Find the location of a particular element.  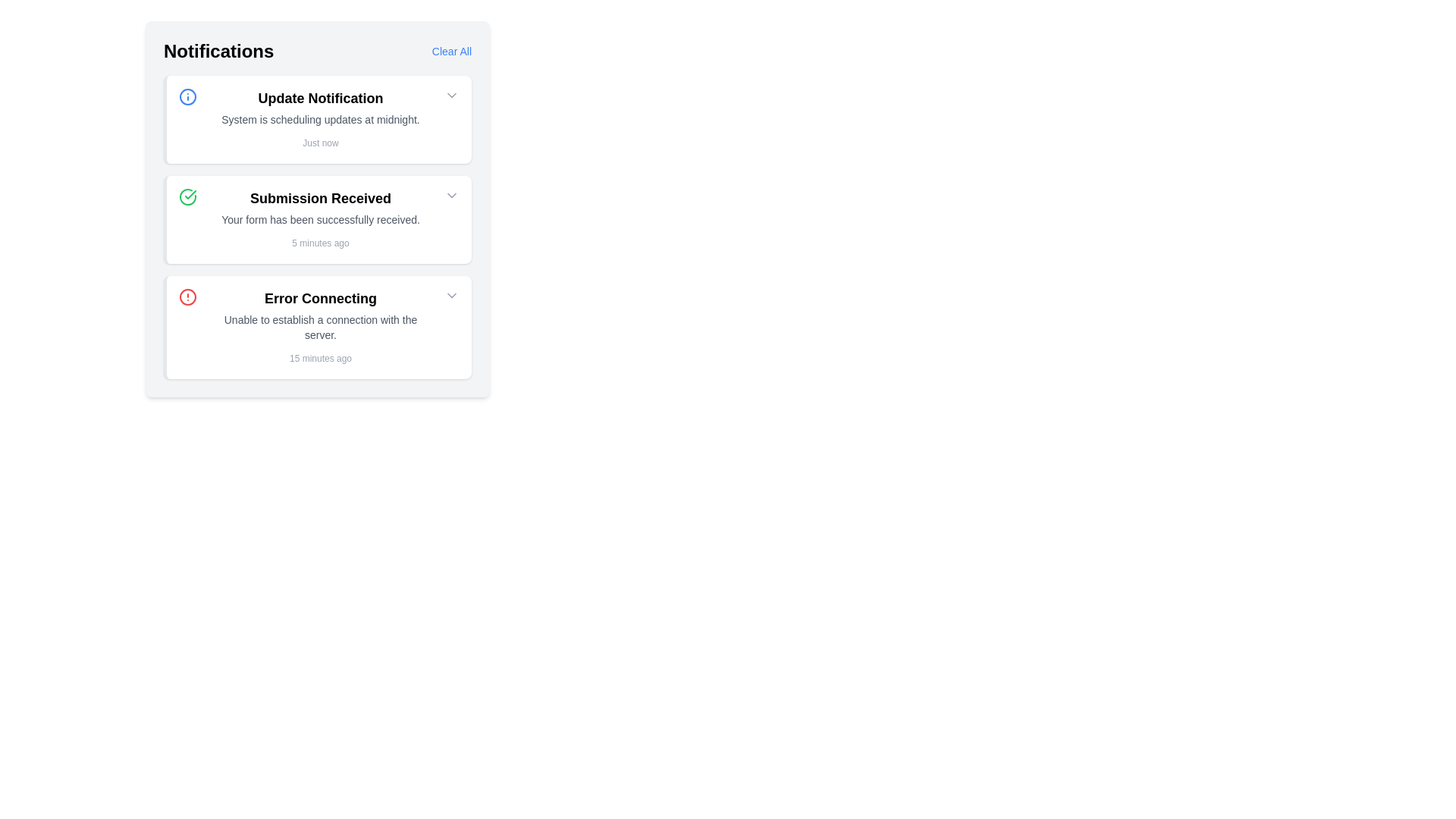

the circular graphic element that represents part of the 'info' icon in the 'Update Notification' item in the notifications list is located at coordinates (187, 96).